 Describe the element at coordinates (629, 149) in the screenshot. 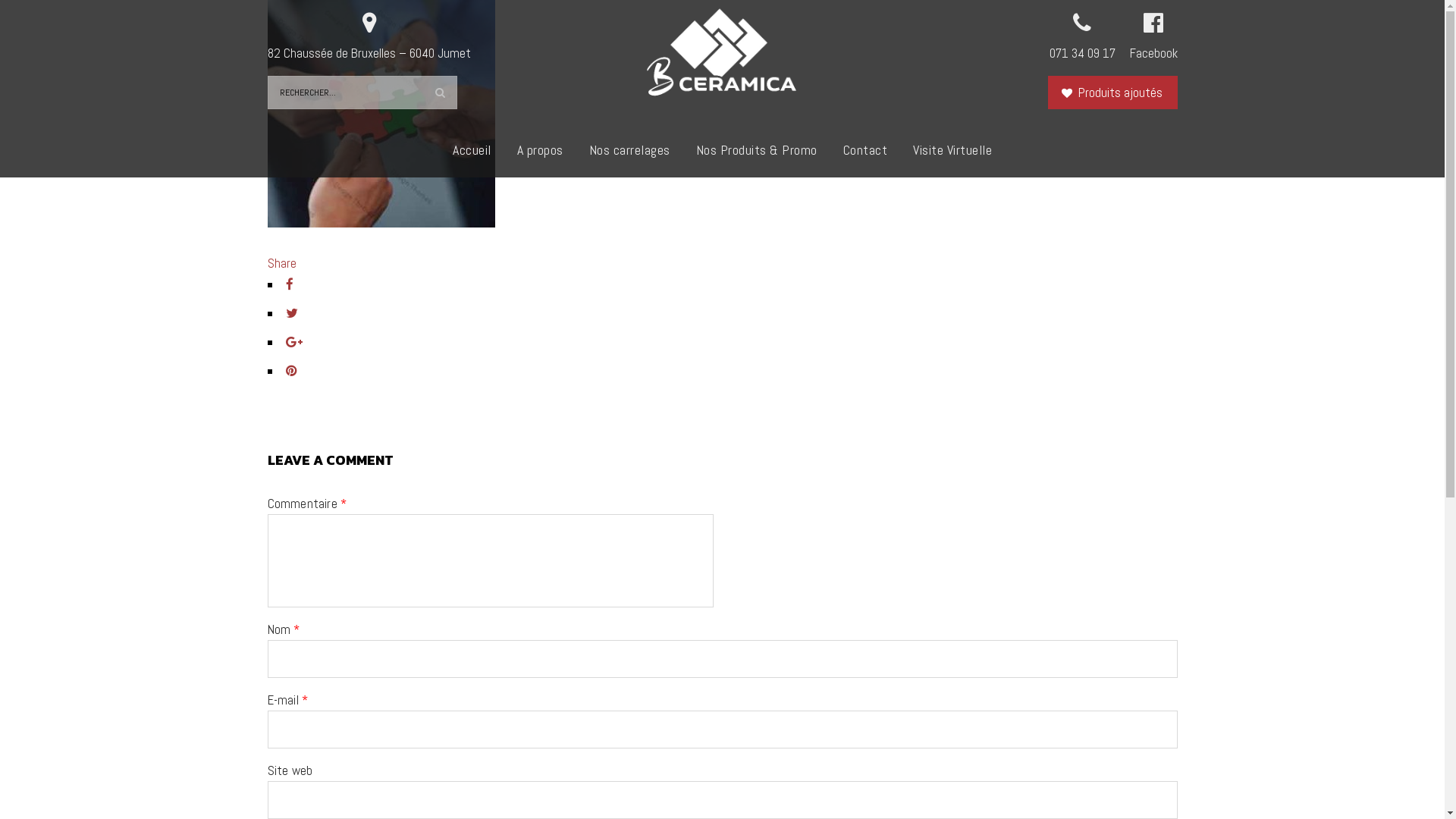

I see `'Nos carrelages'` at that location.